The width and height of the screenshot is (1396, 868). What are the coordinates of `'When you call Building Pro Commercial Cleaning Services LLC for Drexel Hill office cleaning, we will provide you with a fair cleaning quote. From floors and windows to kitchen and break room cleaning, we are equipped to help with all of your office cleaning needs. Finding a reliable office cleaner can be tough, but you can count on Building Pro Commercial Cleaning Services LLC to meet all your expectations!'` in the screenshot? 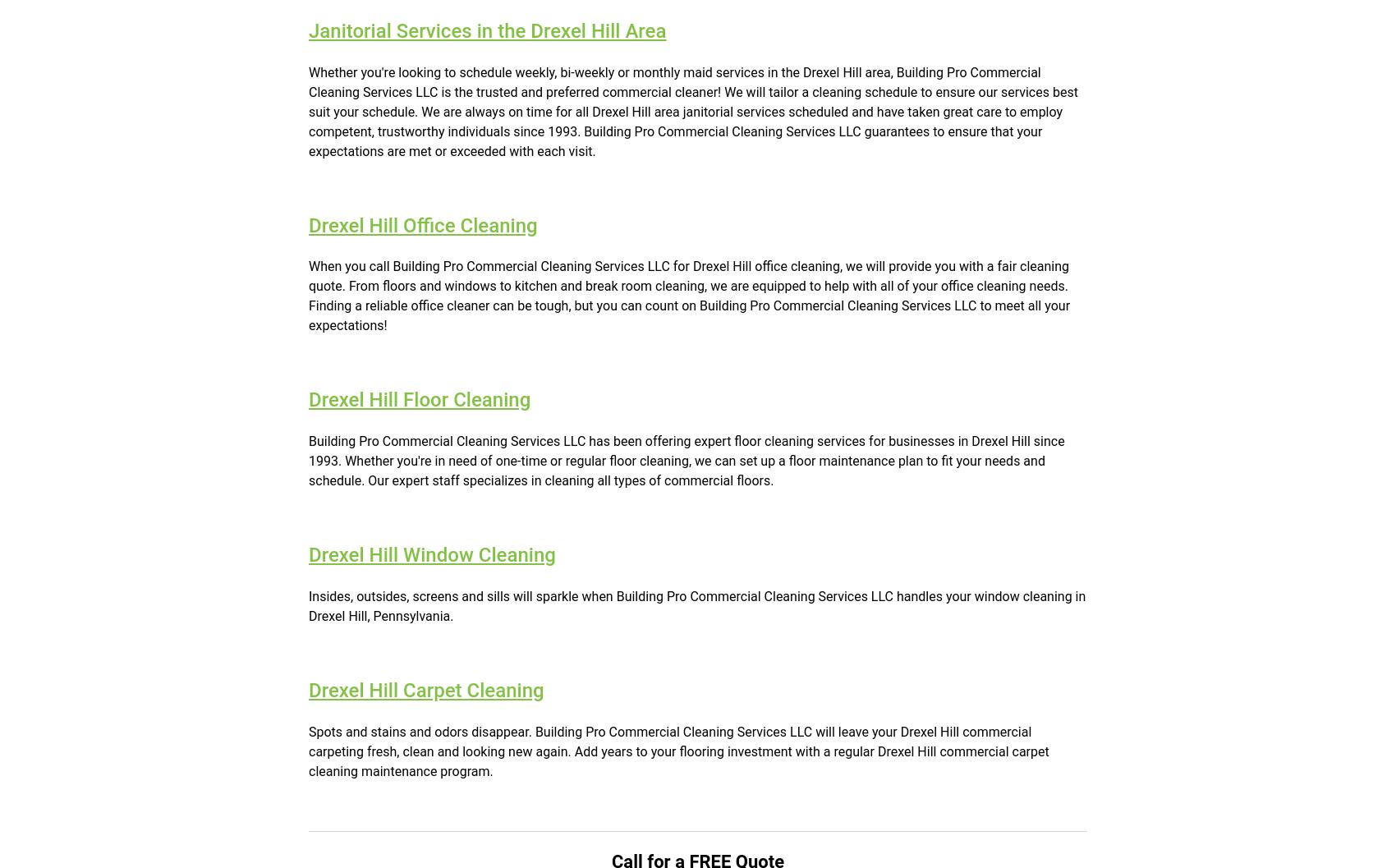 It's located at (688, 296).